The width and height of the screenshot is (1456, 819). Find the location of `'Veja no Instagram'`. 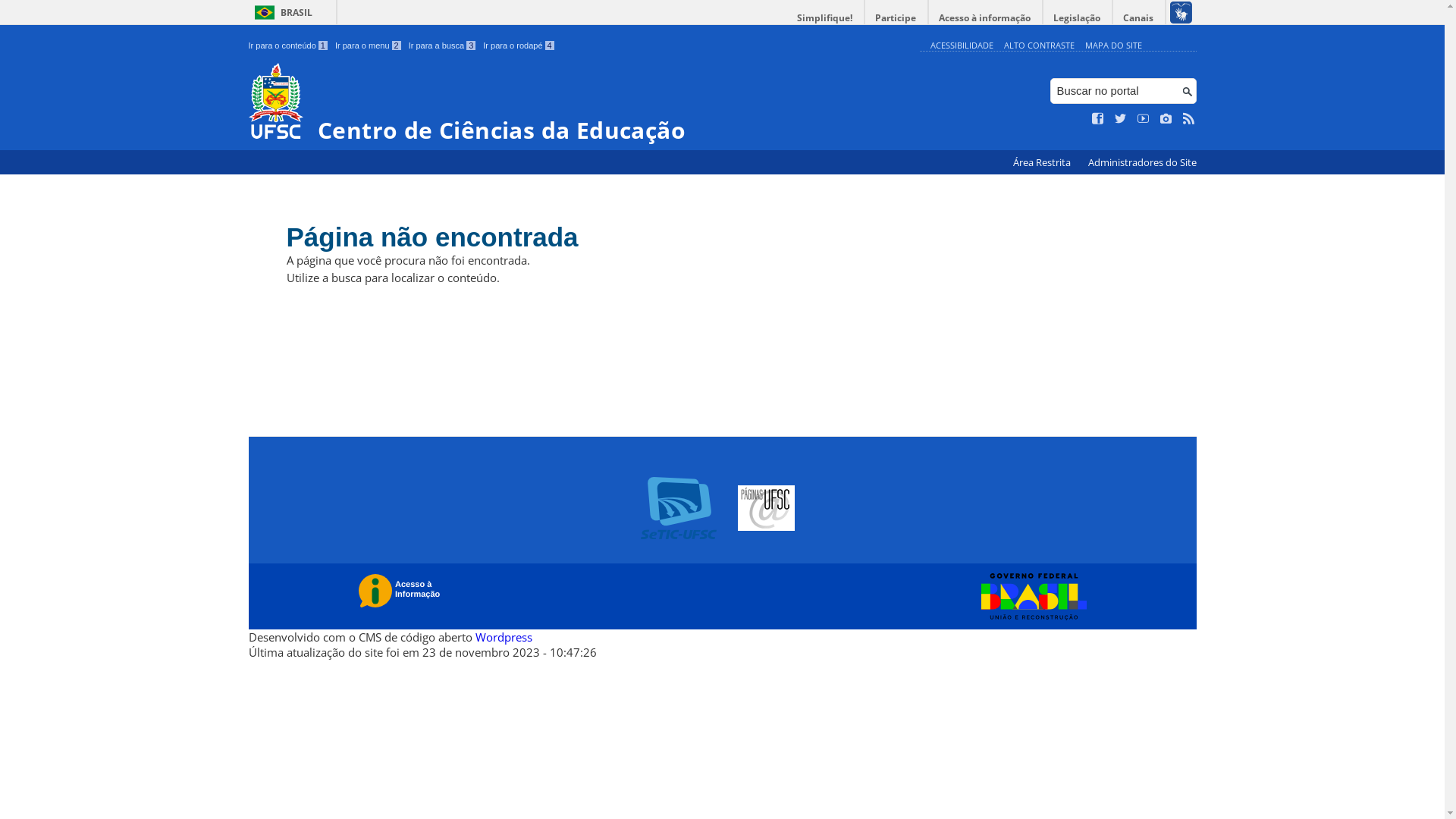

'Veja no Instagram' is located at coordinates (1165, 118).